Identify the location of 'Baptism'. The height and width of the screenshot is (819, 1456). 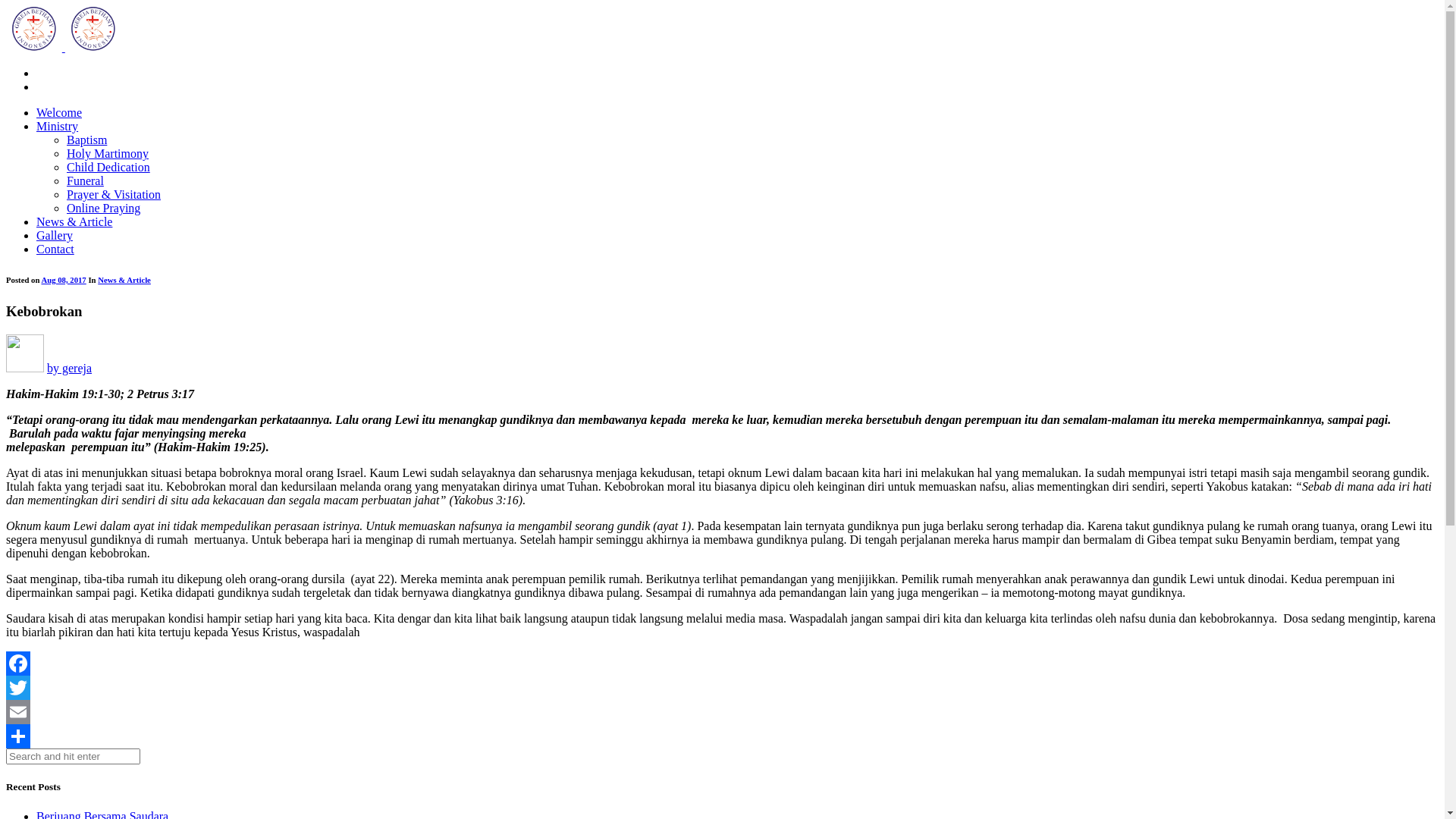
(65, 140).